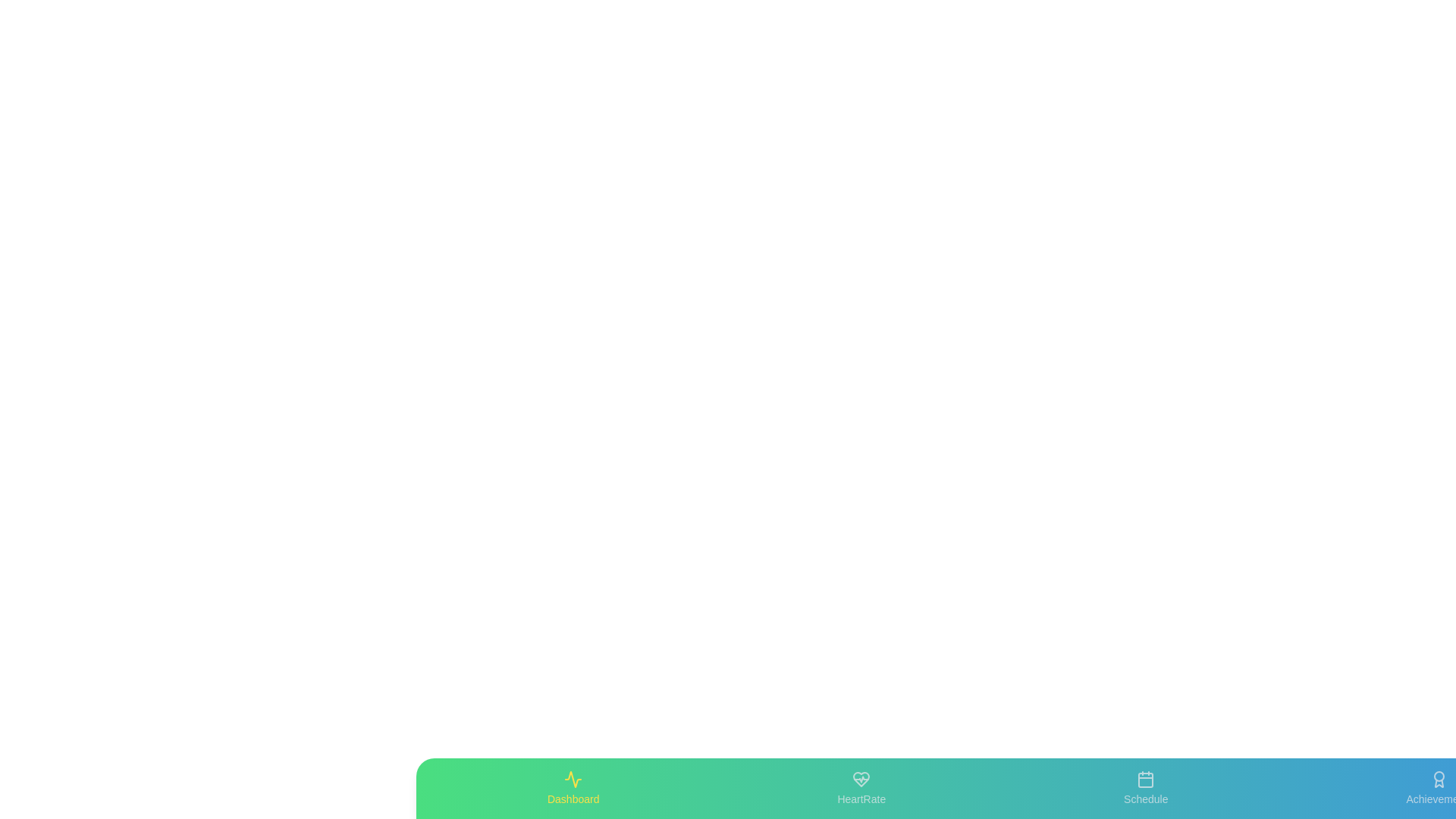  I want to click on the icon labeled Dashboard to display additional information, so click(572, 788).